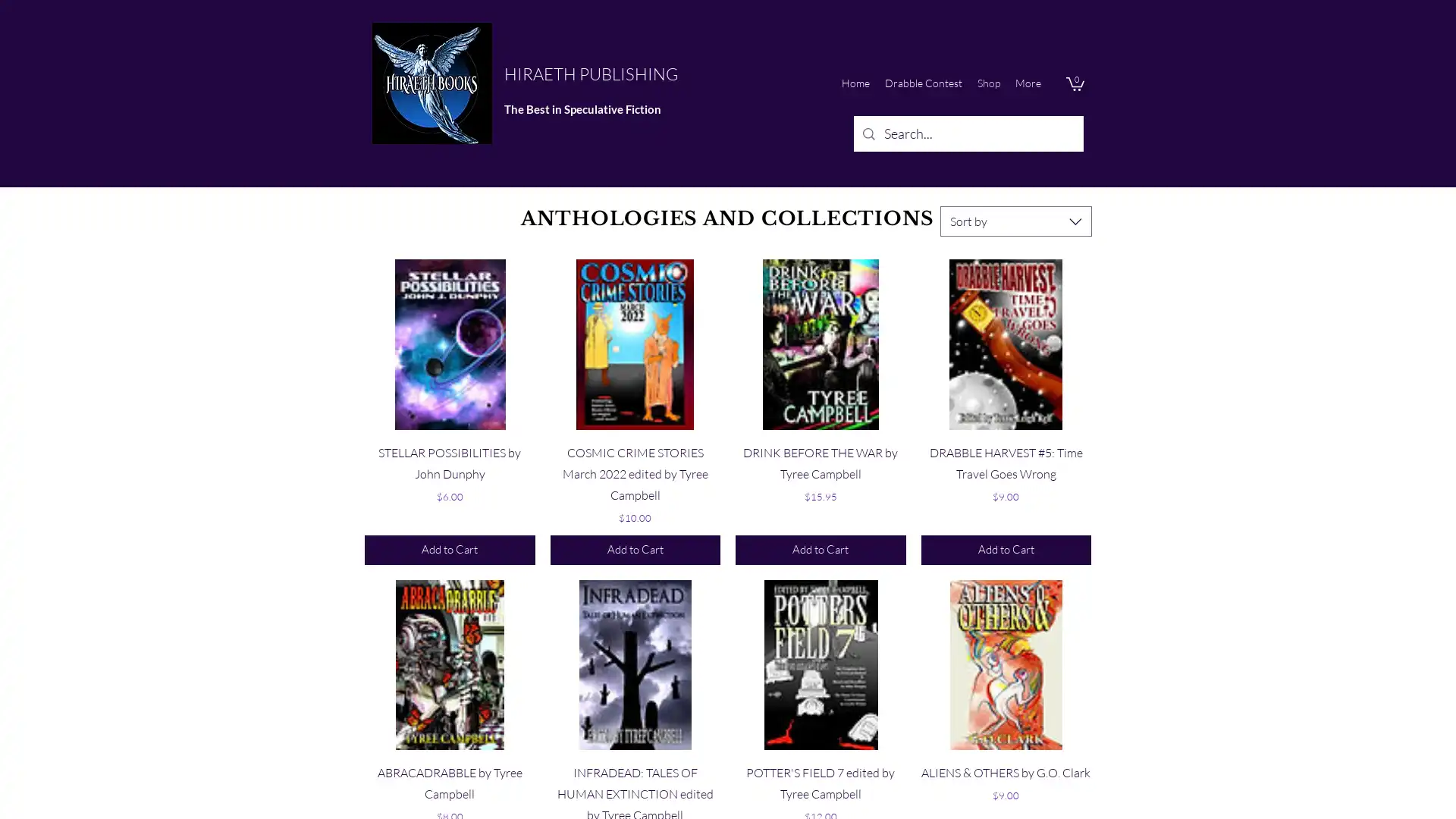 This screenshot has height=819, width=1456. Describe the element at coordinates (449, 769) in the screenshot. I see `Quick View` at that location.